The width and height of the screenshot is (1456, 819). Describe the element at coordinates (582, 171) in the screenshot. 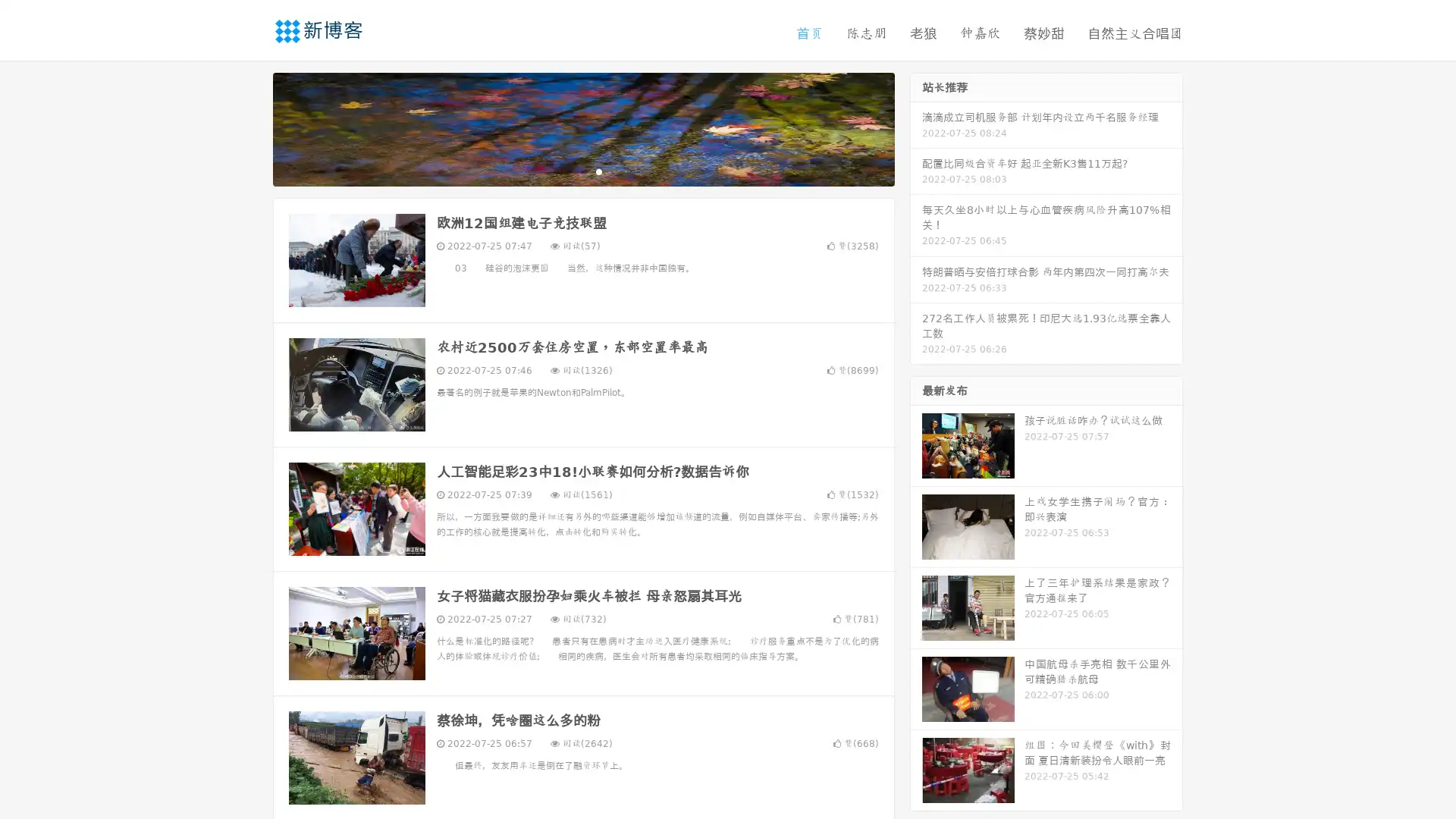

I see `Go to slide 2` at that location.